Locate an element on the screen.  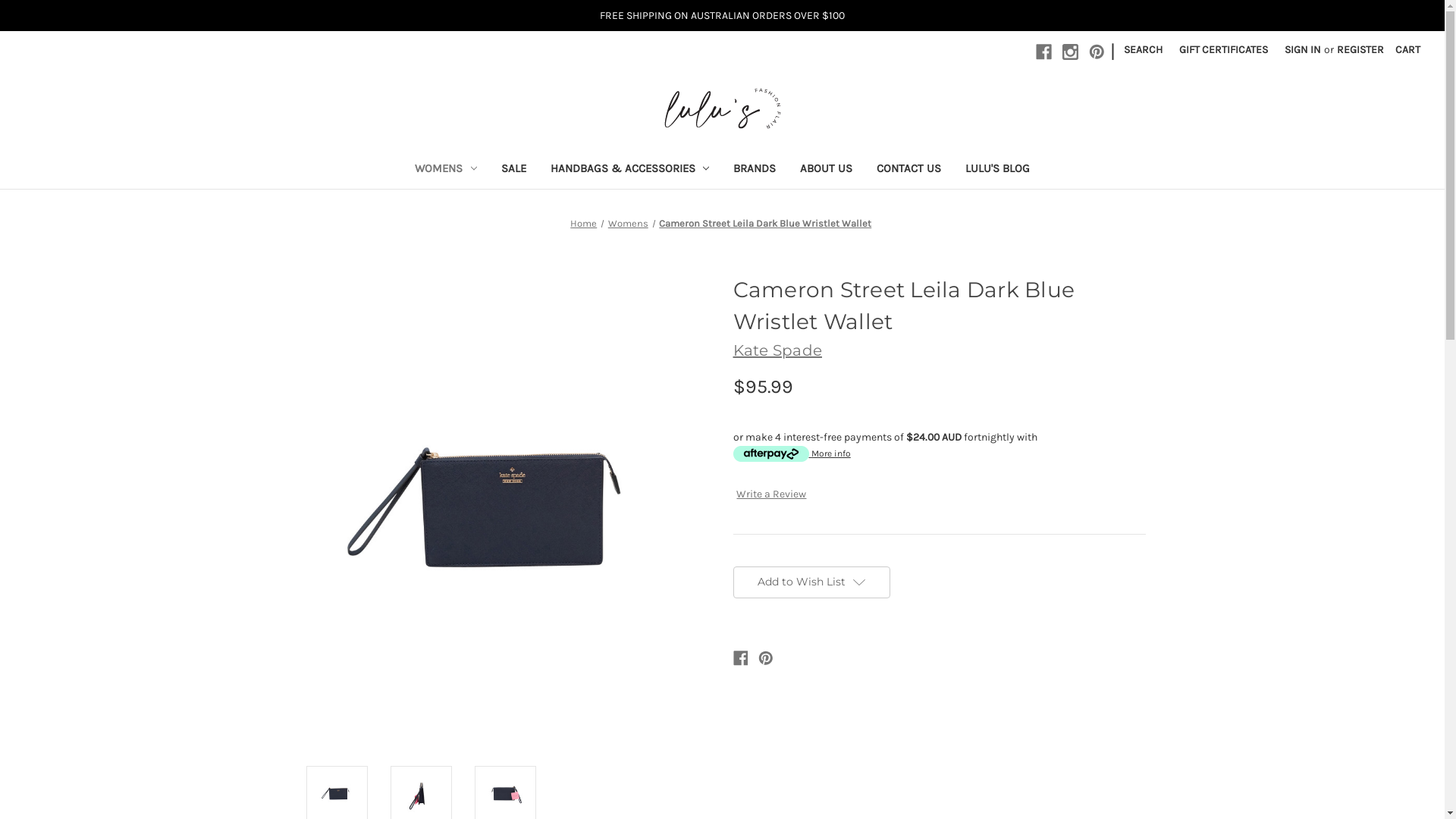
'REGISTER' is located at coordinates (1360, 49).